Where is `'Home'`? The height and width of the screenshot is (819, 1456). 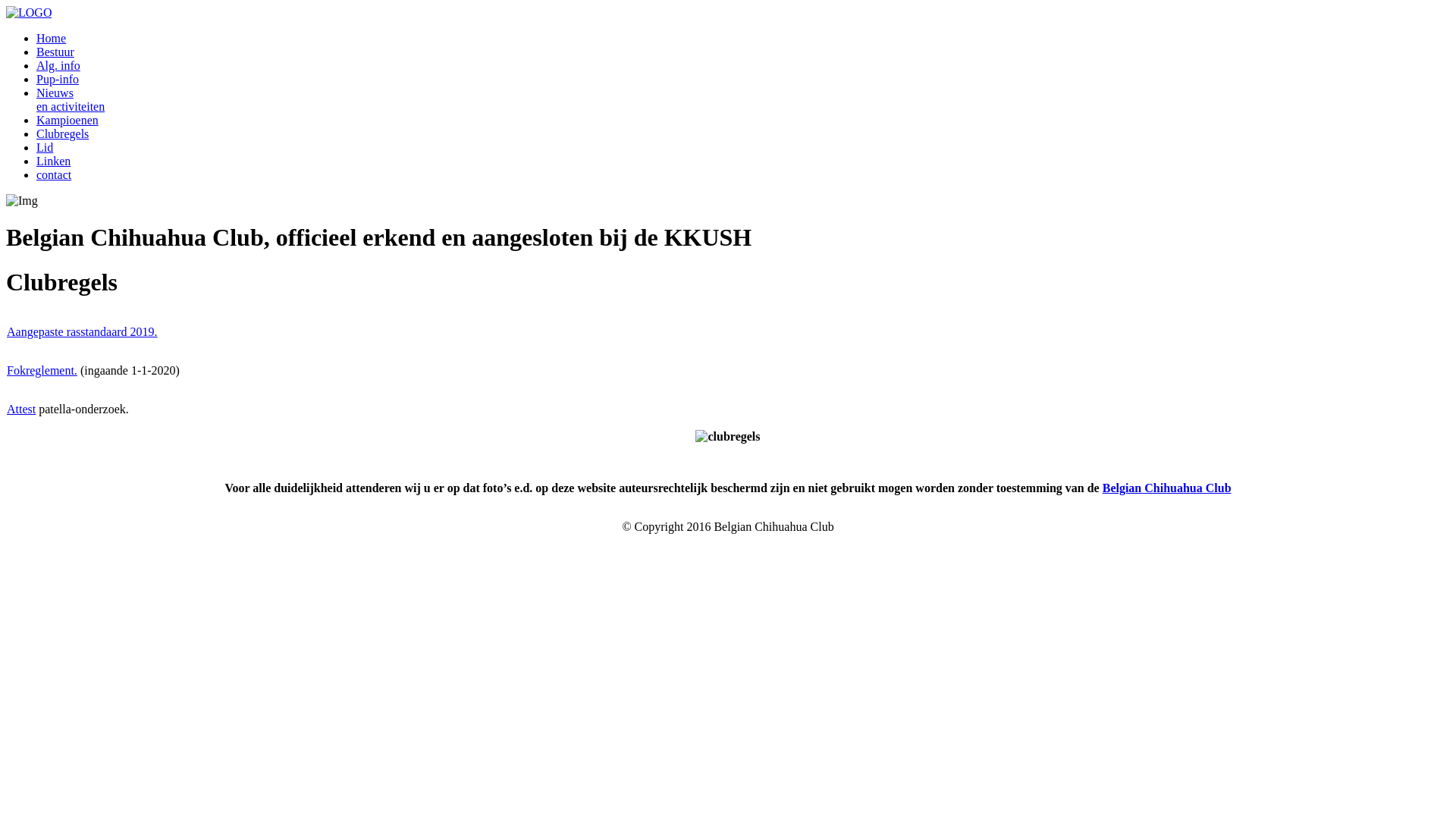
'Home' is located at coordinates (51, 37).